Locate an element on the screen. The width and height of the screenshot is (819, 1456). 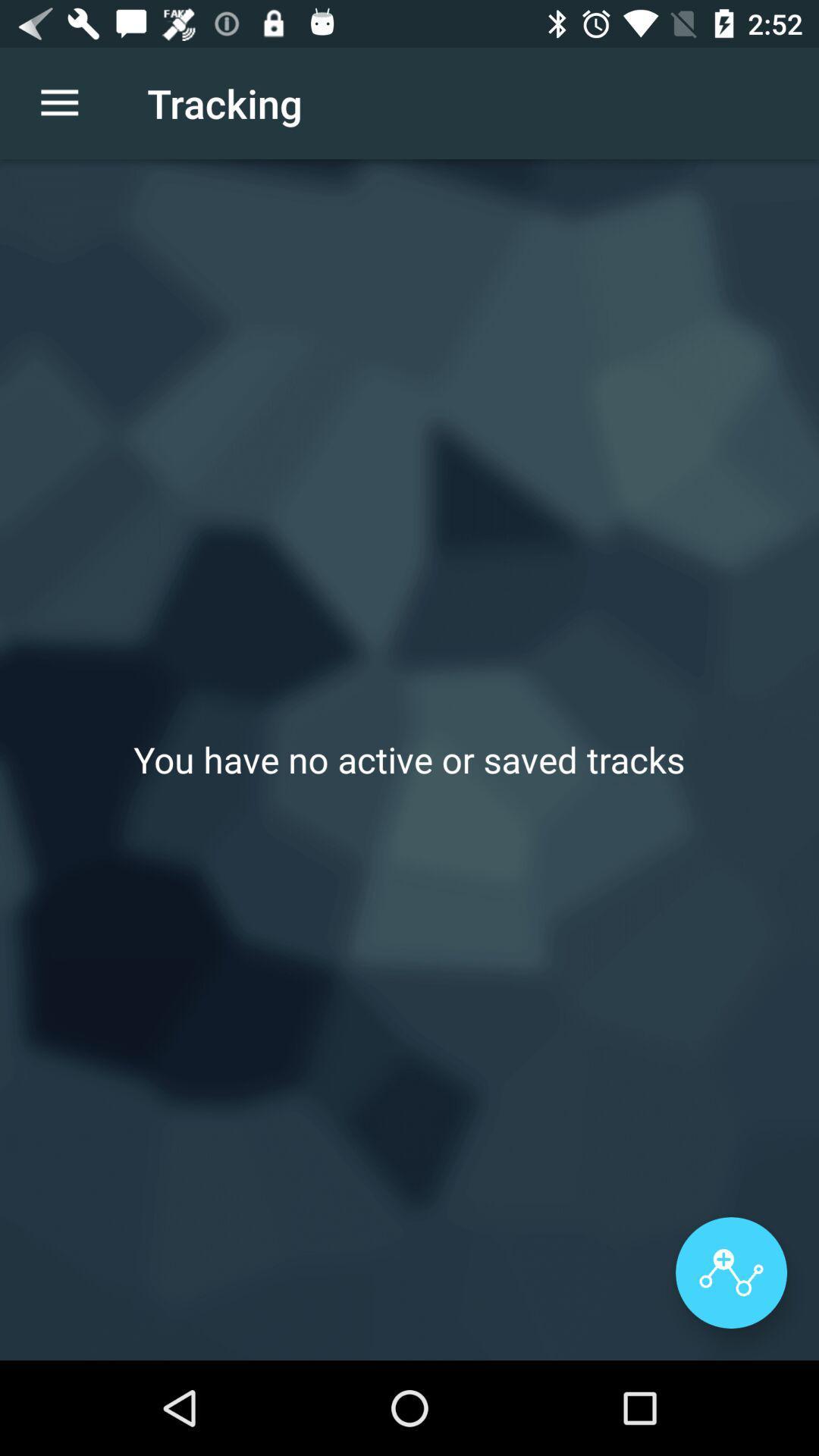
icon at the bottom right corner is located at coordinates (730, 1272).